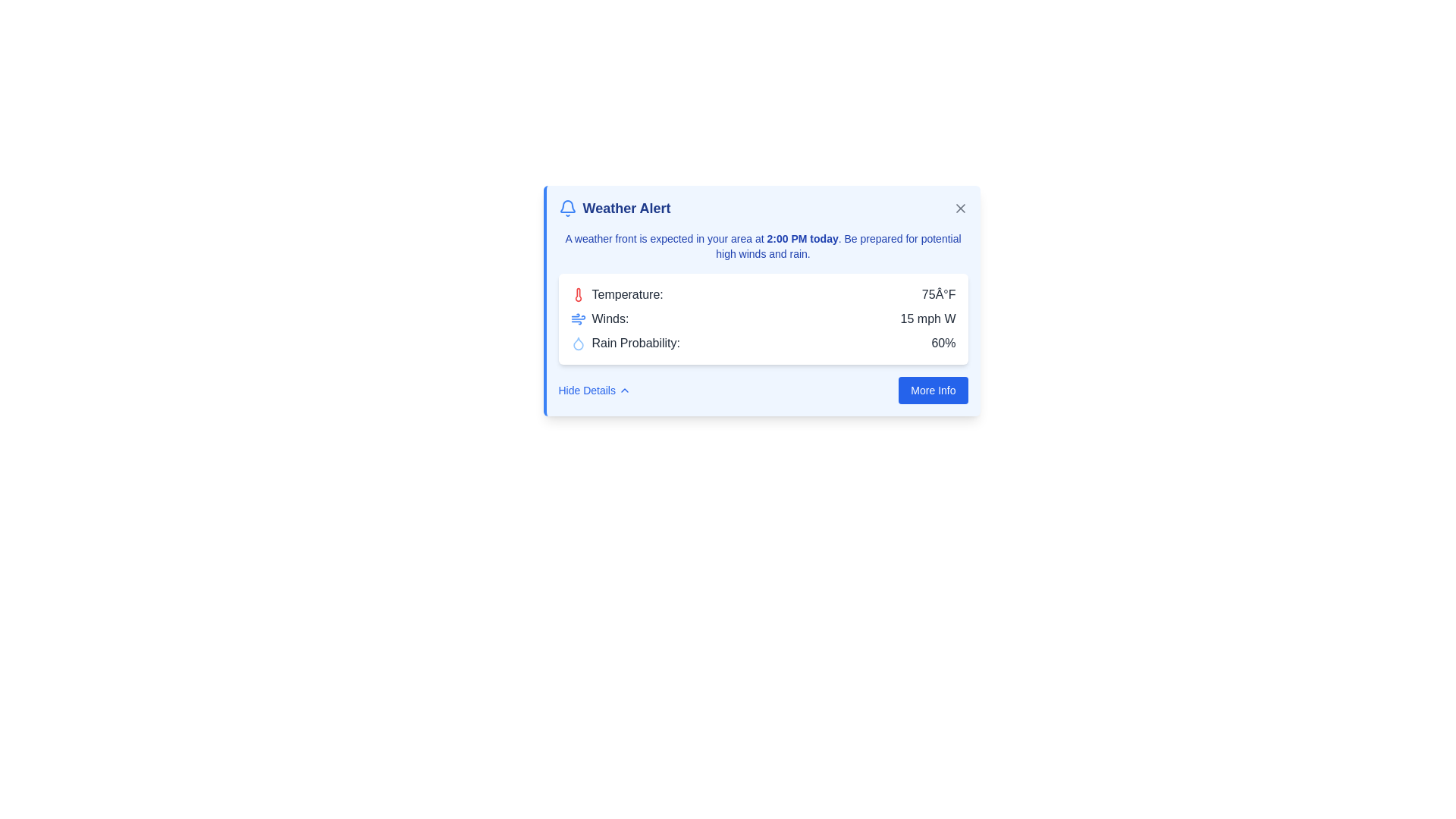 This screenshot has width=1456, height=819. Describe the element at coordinates (577, 344) in the screenshot. I see `the SVG icon representing a droplet located at the top left of the notification card, adjacent to the title text 'Weather Alert'` at that location.